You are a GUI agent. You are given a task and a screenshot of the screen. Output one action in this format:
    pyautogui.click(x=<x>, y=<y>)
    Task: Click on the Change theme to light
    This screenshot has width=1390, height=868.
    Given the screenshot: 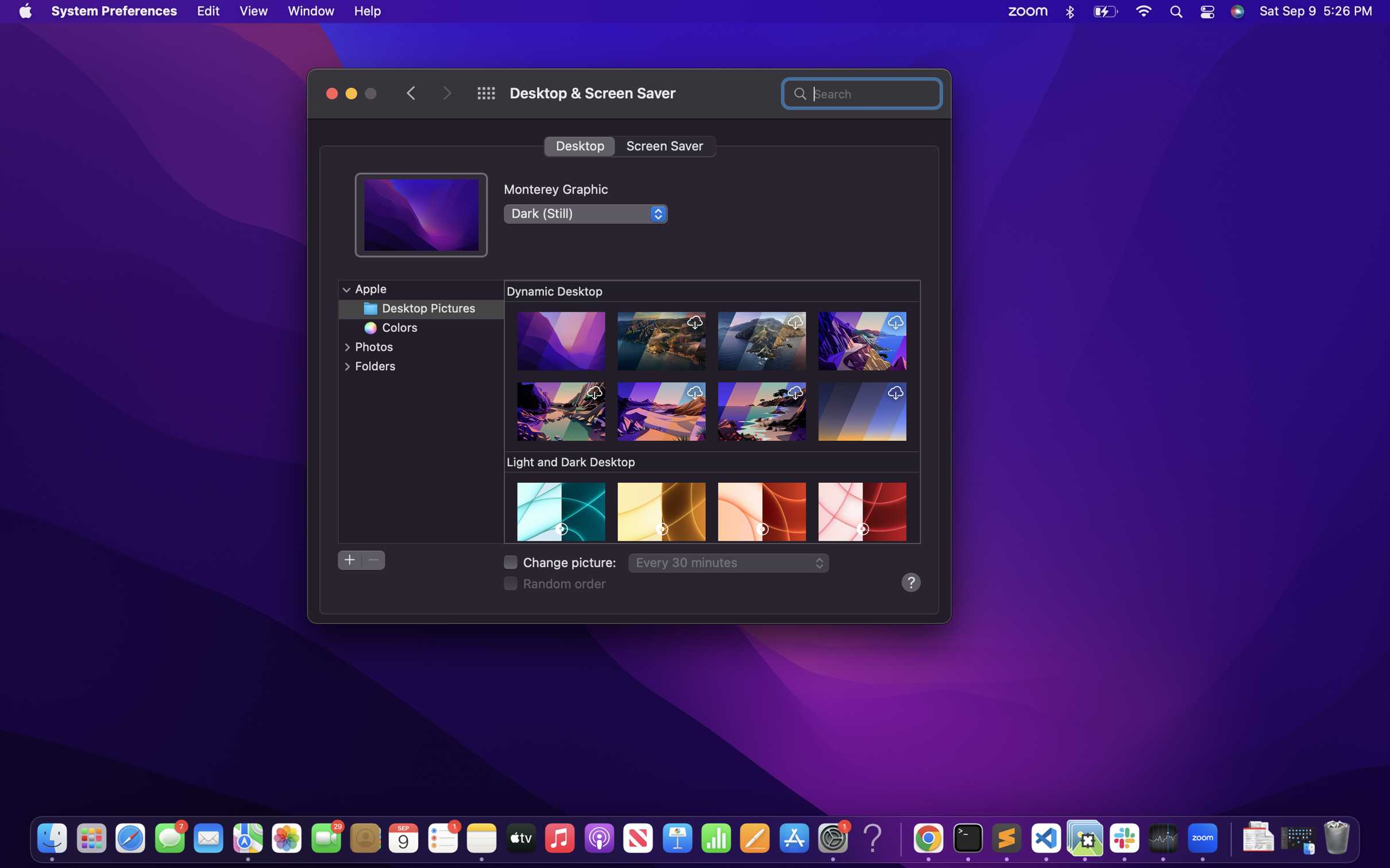 What is the action you would take?
    pyautogui.click(x=585, y=212)
    